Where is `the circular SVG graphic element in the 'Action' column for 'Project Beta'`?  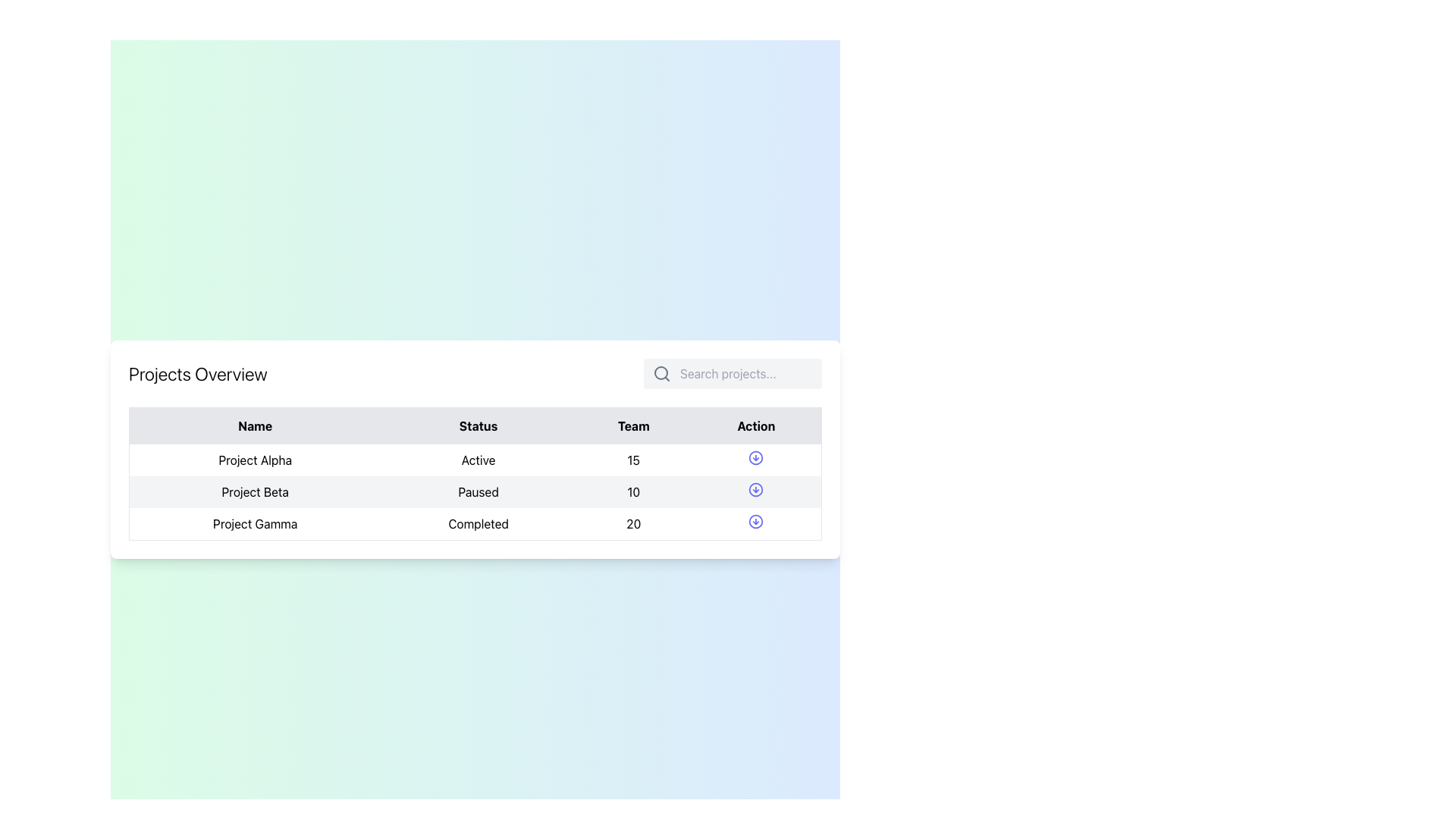 the circular SVG graphic element in the 'Action' column for 'Project Beta' is located at coordinates (756, 489).